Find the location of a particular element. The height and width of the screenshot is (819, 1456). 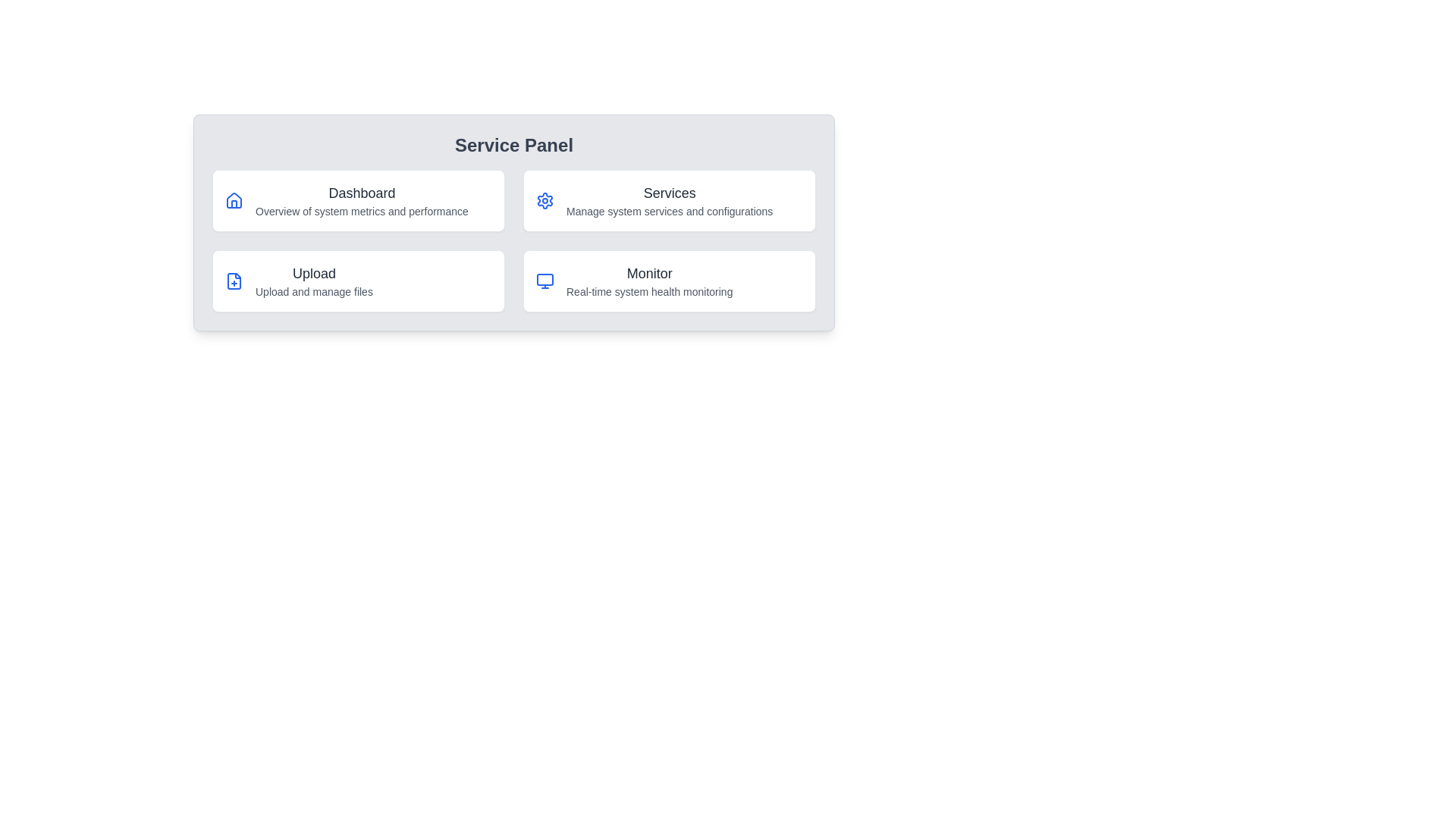

the 'Monitor' card in the Service Panel is located at coordinates (669, 281).